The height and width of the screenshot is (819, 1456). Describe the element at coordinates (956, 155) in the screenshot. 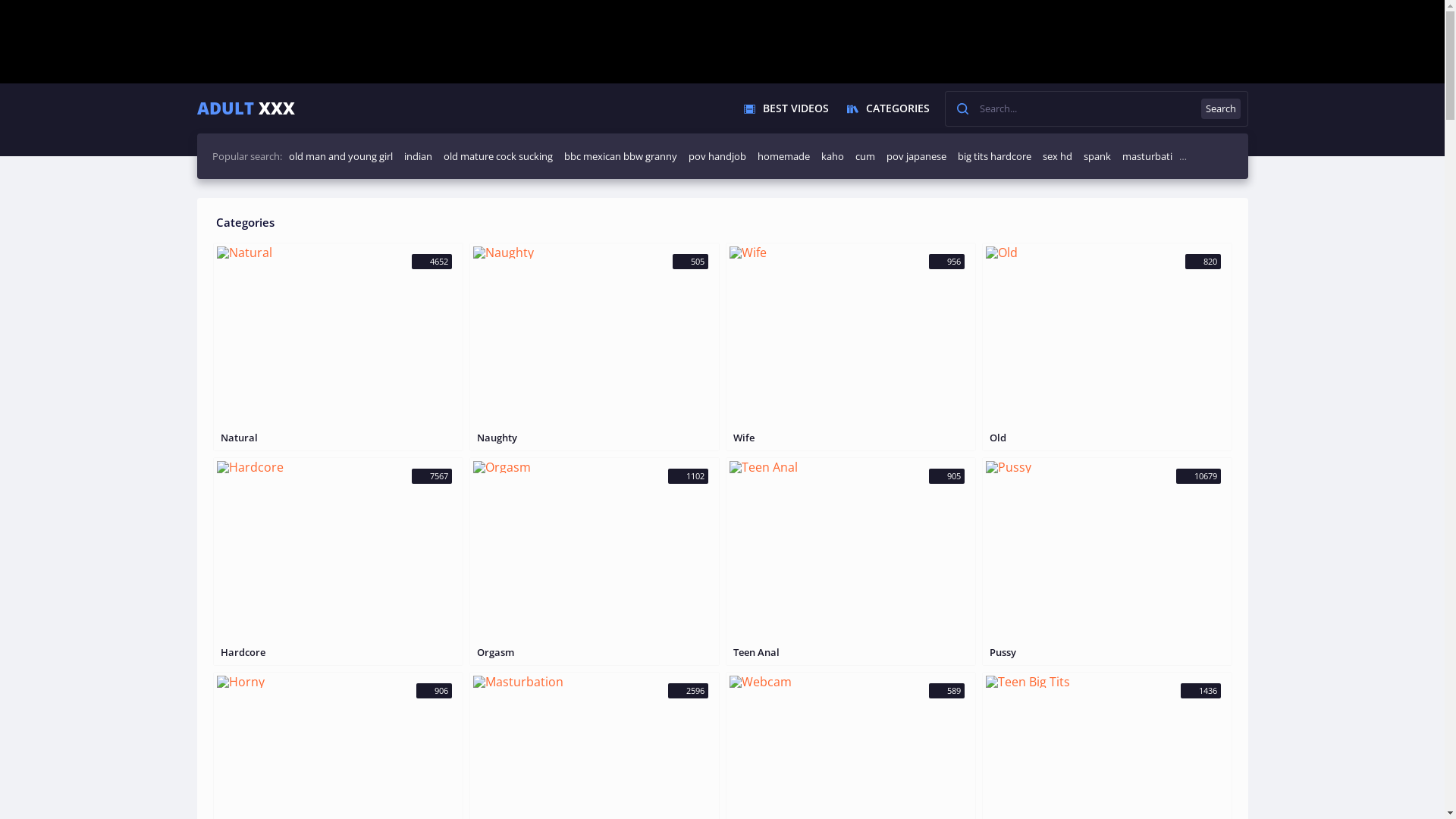

I see `'big tits hardcore'` at that location.